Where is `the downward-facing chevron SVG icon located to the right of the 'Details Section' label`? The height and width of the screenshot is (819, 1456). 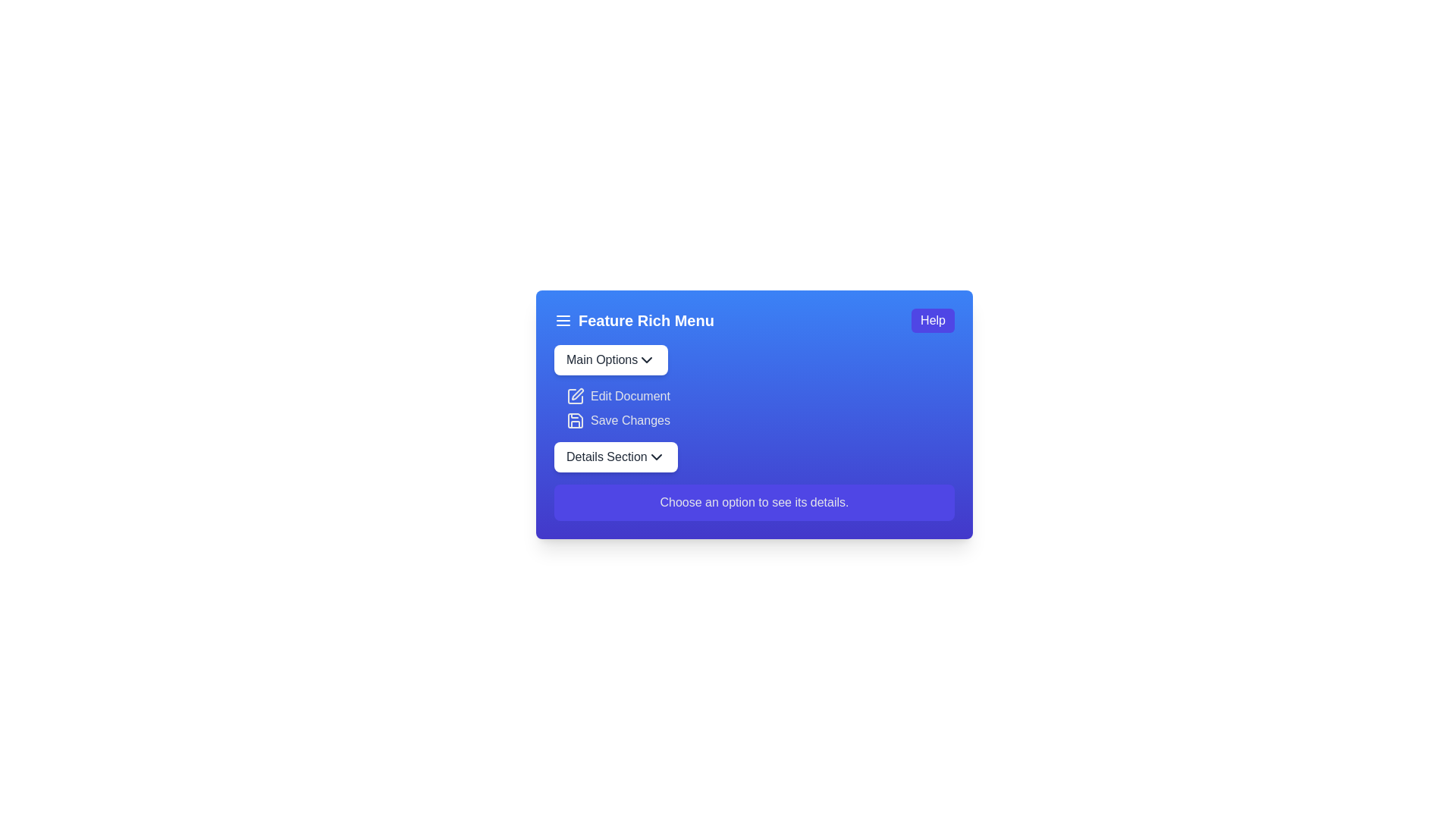
the downward-facing chevron SVG icon located to the right of the 'Details Section' label is located at coordinates (656, 456).